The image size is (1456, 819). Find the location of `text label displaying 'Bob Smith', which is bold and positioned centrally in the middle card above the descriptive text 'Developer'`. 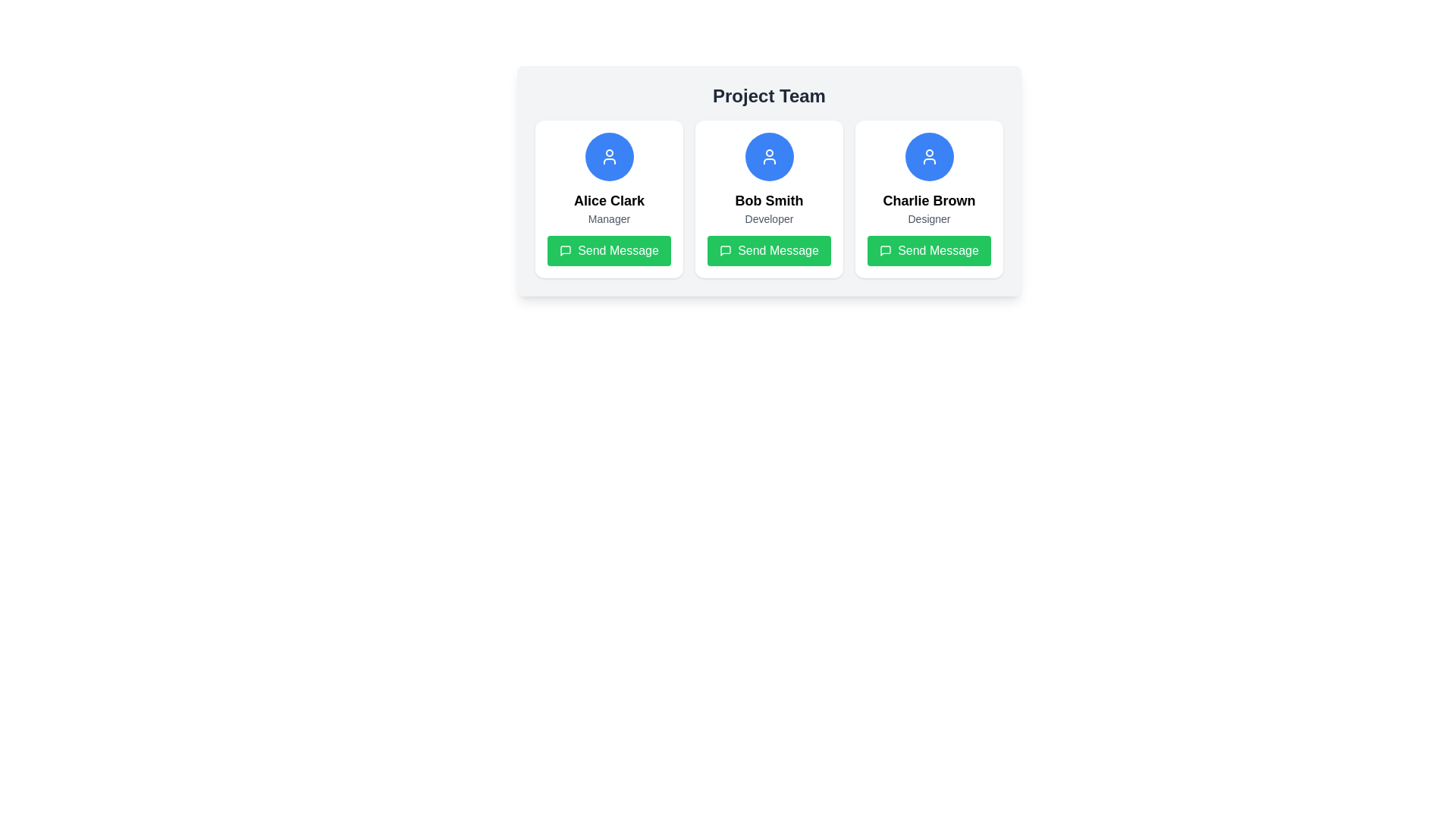

text label displaying 'Bob Smith', which is bold and positioned centrally in the middle card above the descriptive text 'Developer' is located at coordinates (769, 200).